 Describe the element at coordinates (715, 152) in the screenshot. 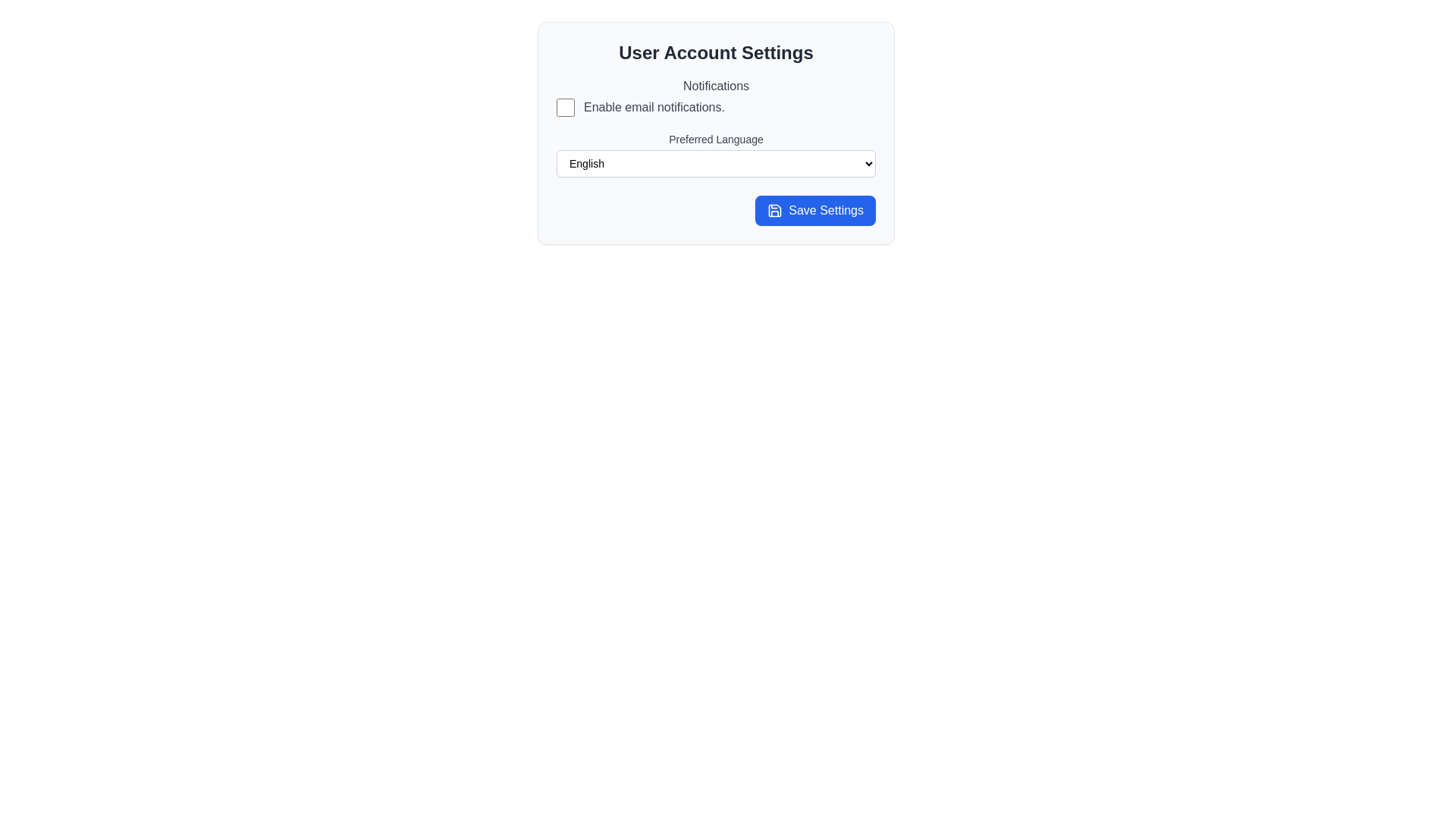

I see `an option from the 'Preferred Language' dropdown menu located in the 'User Account Settings' form, specifically under the 'Notifications' label` at that location.